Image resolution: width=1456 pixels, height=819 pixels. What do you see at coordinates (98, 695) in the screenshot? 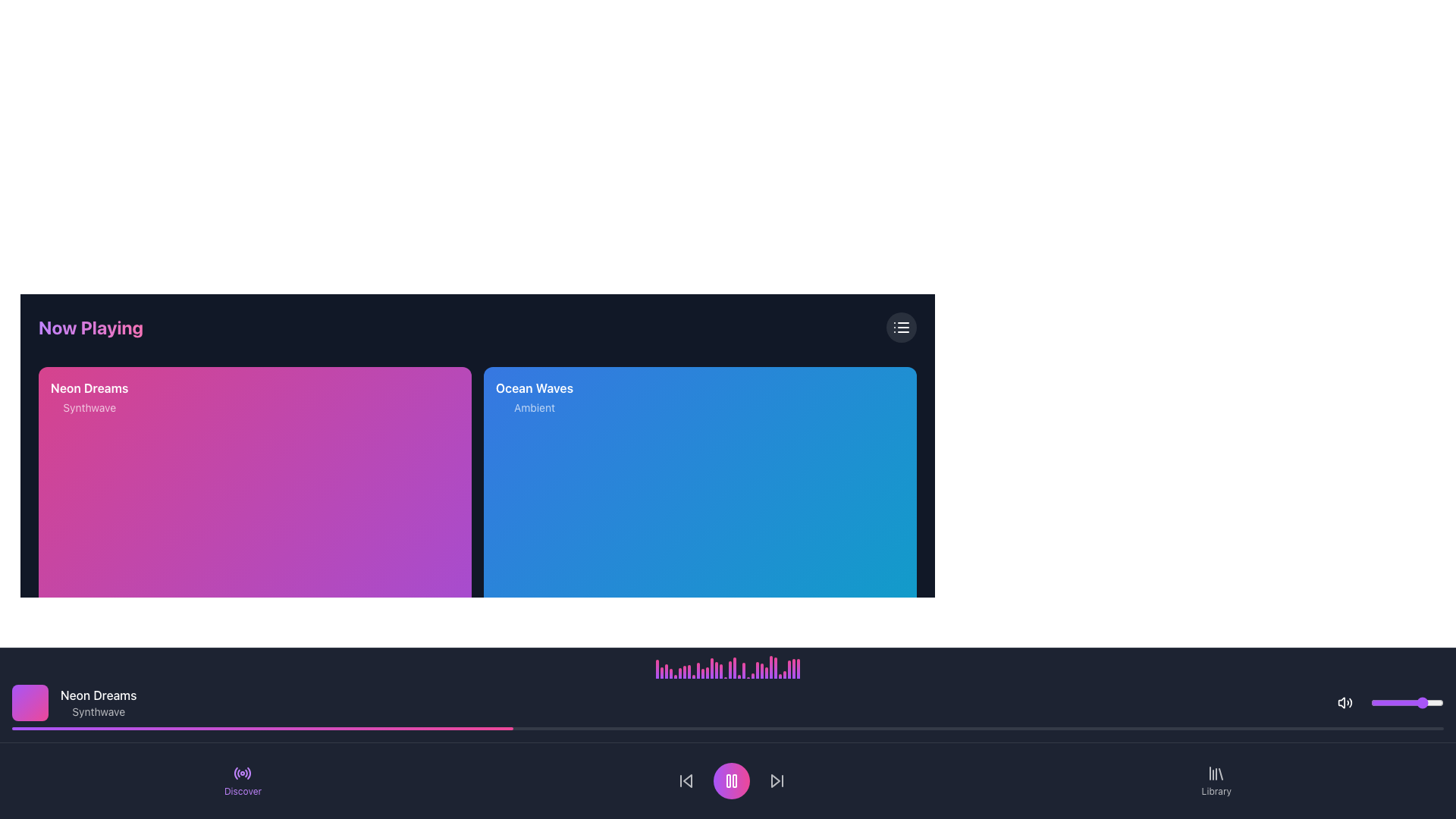
I see `the title text 'Neon Dreams', which is displayed in white on a dark background and positioned above the subtitle 'Synthwave' near a purple and pink gradient square thumbnail` at bounding box center [98, 695].